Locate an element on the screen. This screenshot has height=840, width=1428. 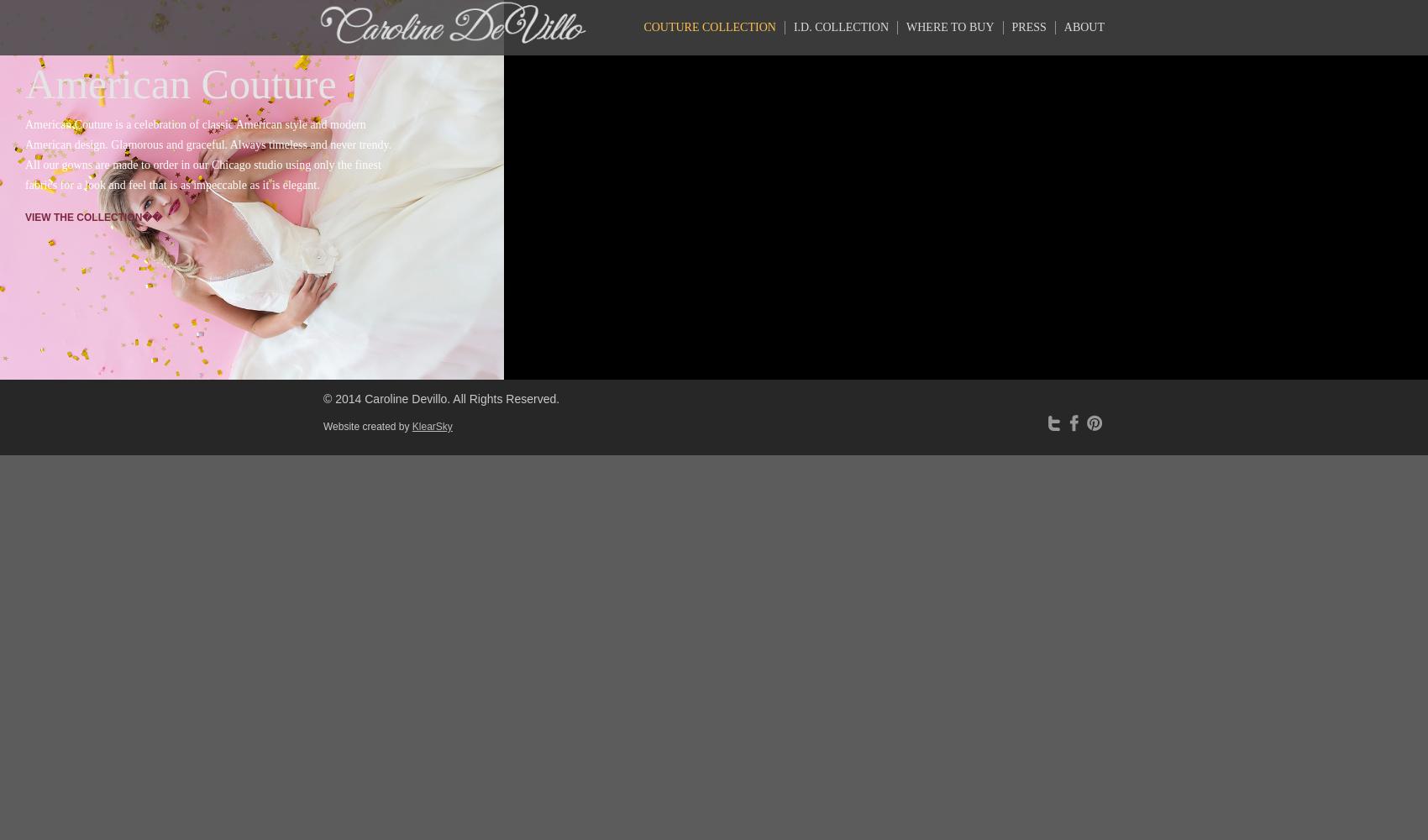
'Website created by' is located at coordinates (367, 427).